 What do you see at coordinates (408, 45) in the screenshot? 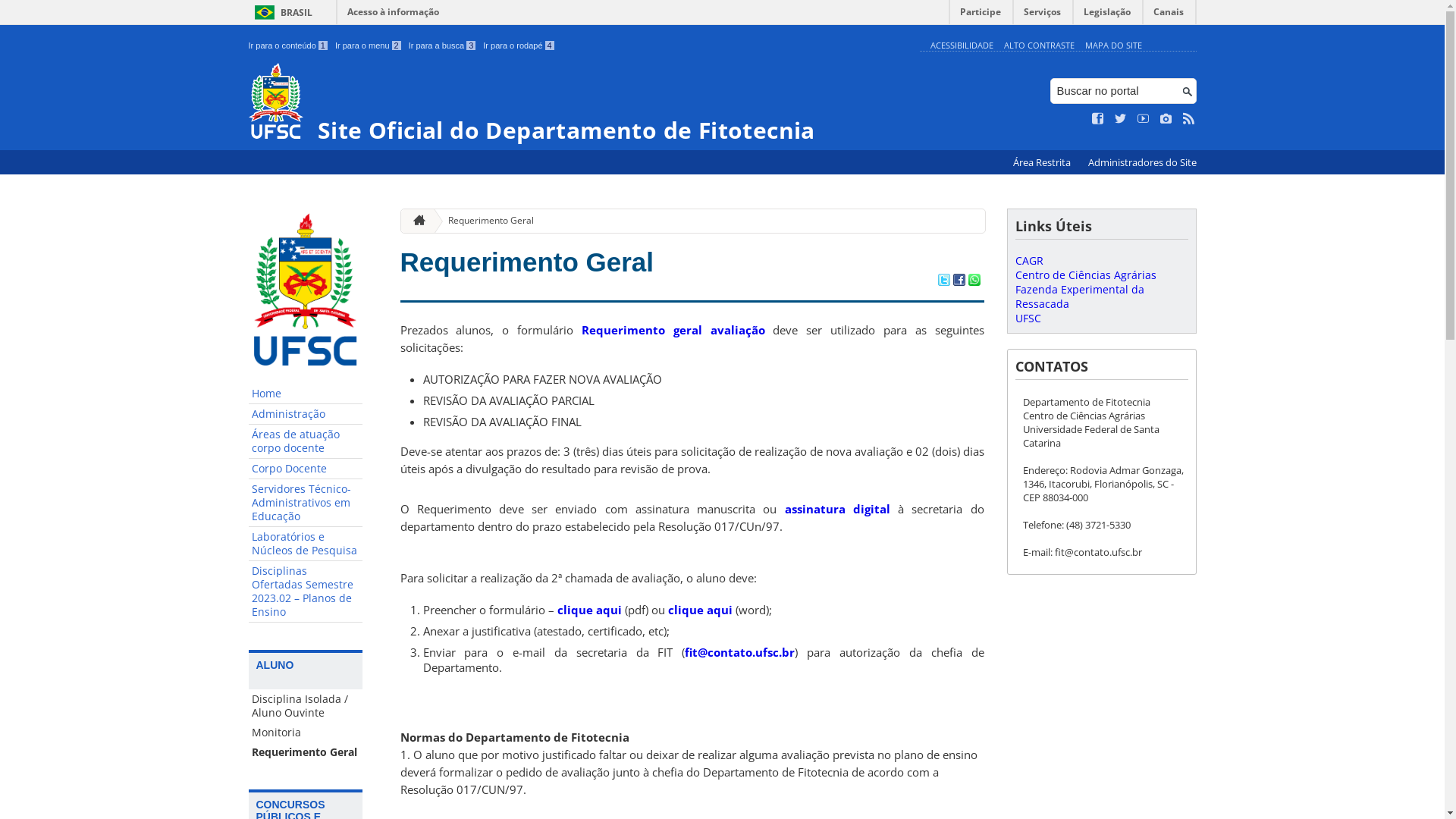
I see `'Ir para a busca 3'` at bounding box center [408, 45].